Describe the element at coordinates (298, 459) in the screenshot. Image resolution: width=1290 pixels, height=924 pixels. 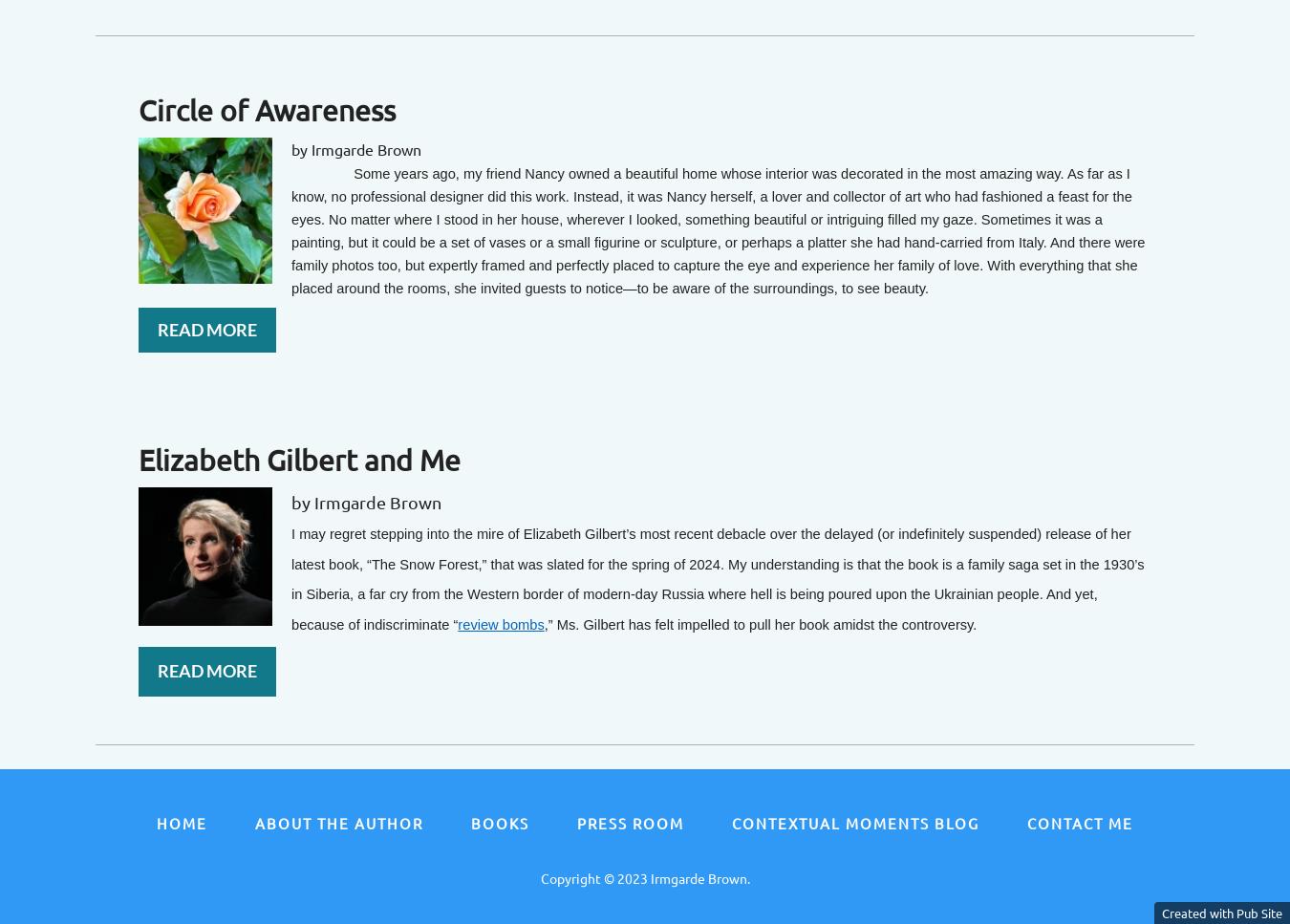
I see `'Elizabeth Gilbert and Me'` at that location.